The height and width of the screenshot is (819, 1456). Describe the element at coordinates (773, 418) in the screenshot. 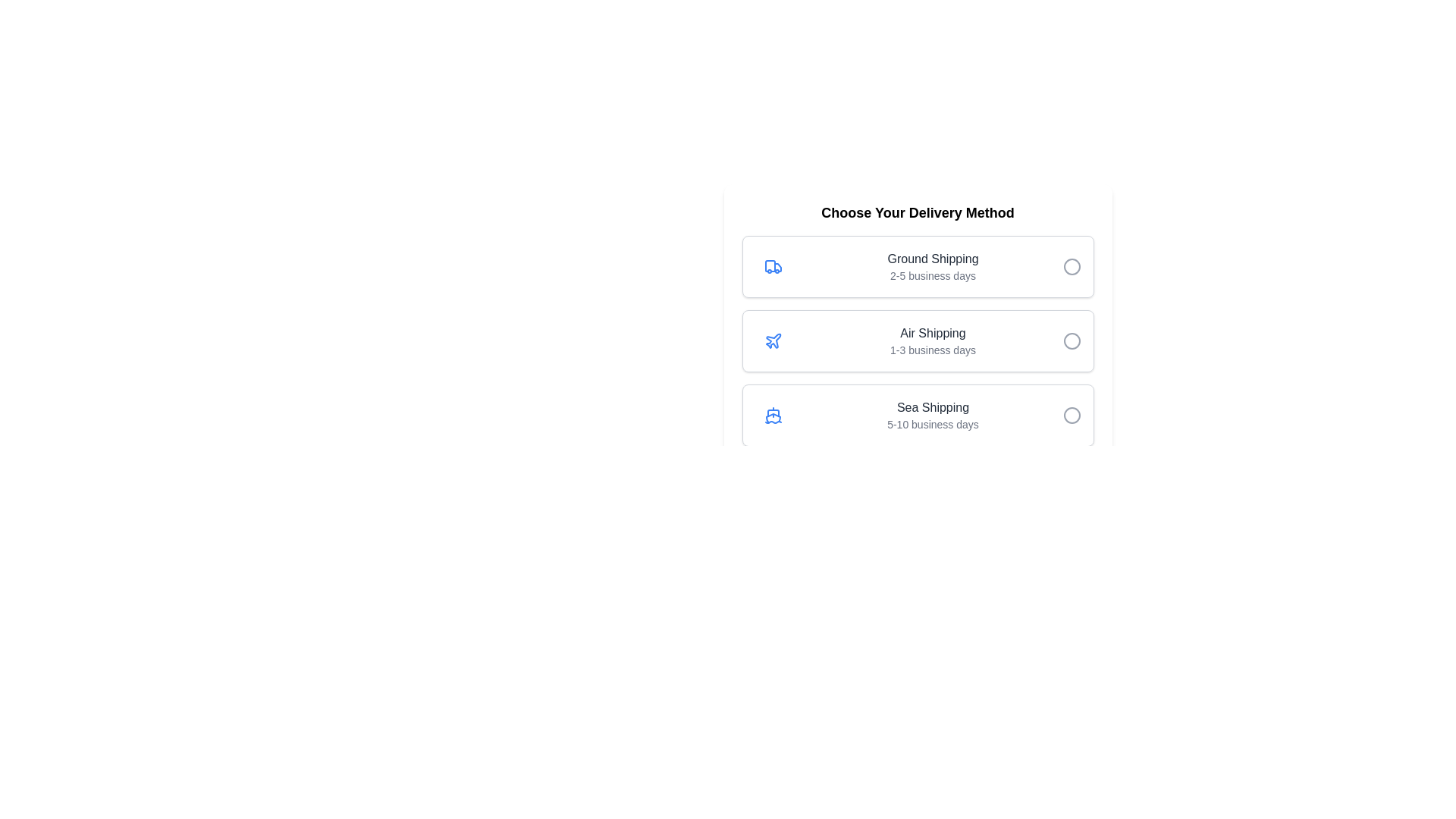

I see `the ship icon representing sea shipping, located at the lower right corner of the item's icon group` at that location.